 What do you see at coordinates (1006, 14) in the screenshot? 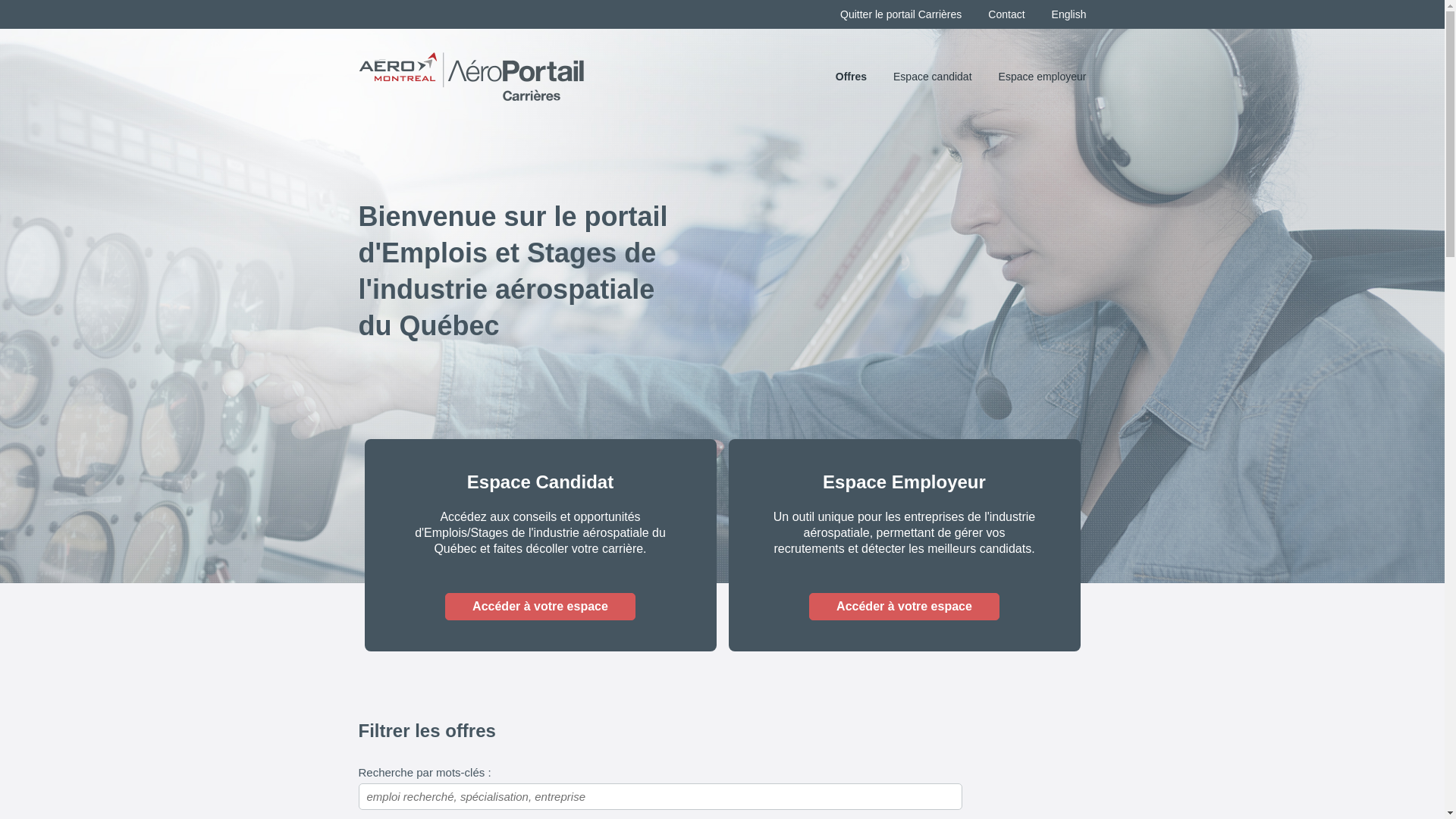
I see `'Contact'` at bounding box center [1006, 14].